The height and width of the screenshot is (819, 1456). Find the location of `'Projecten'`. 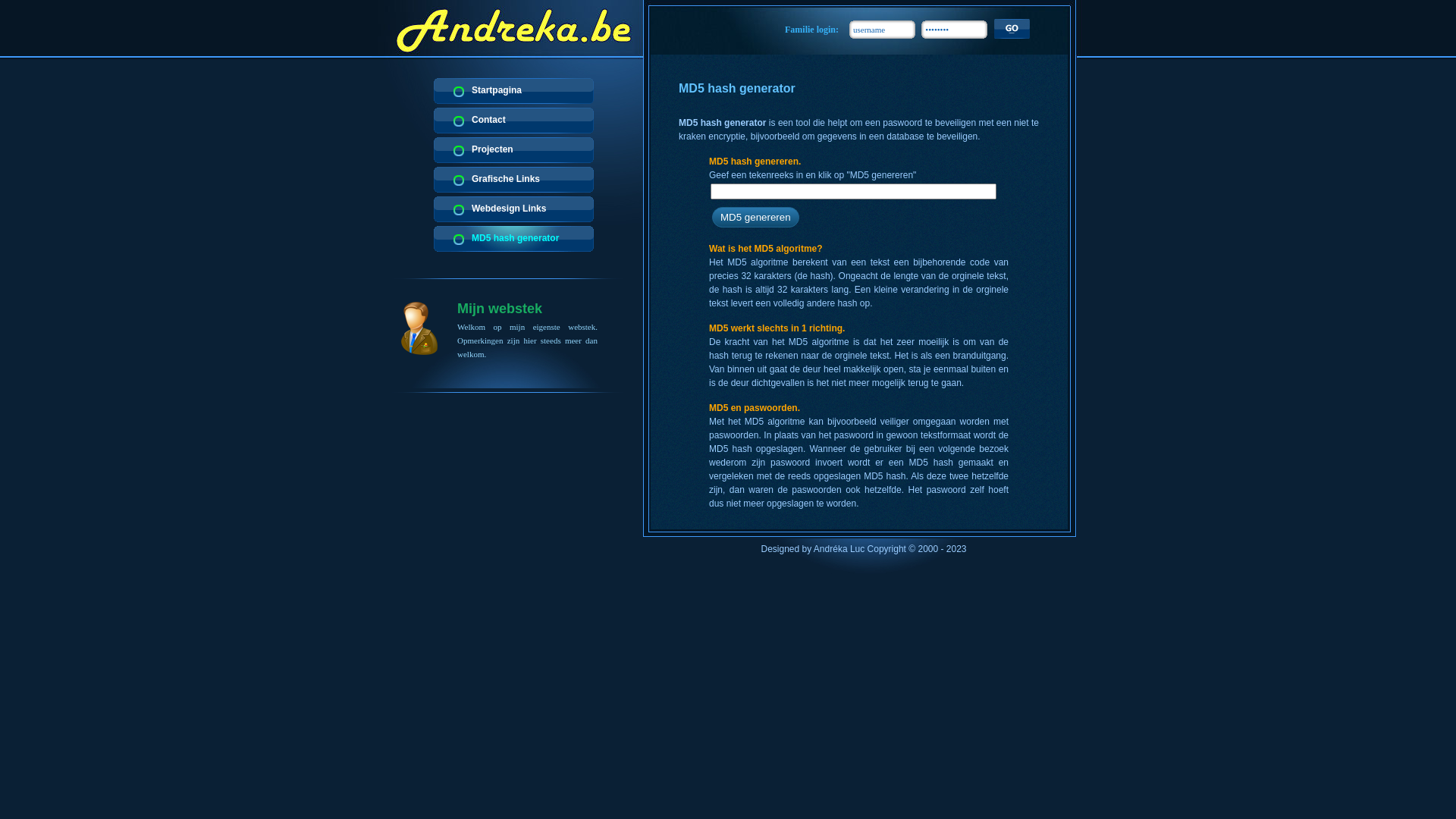

'Projecten' is located at coordinates (432, 149).